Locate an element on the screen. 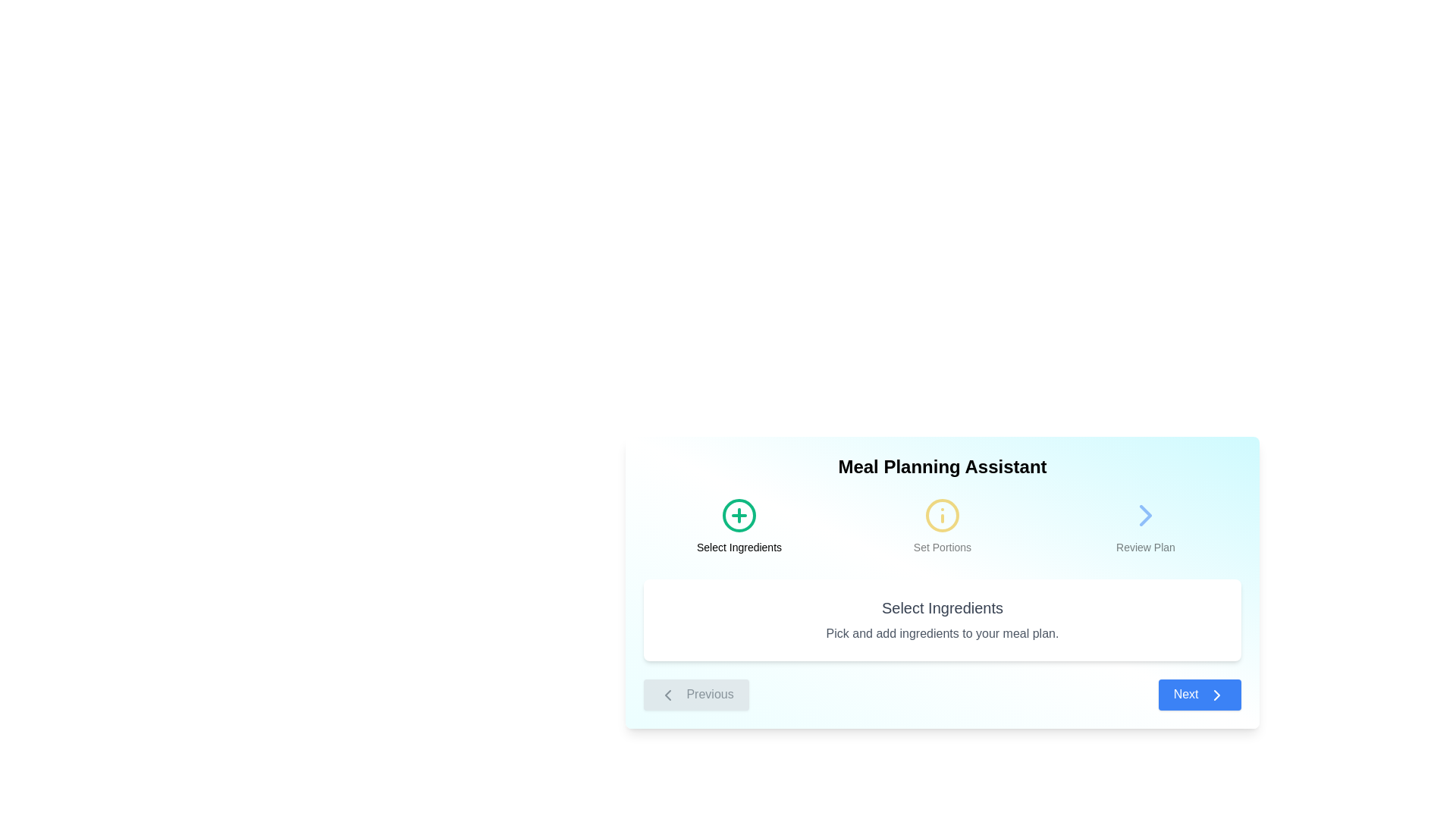  the explanatory text element located below the 'Select Ingredients' title in the white, rounded rectangle at the center-bottom of the interface is located at coordinates (942, 634).